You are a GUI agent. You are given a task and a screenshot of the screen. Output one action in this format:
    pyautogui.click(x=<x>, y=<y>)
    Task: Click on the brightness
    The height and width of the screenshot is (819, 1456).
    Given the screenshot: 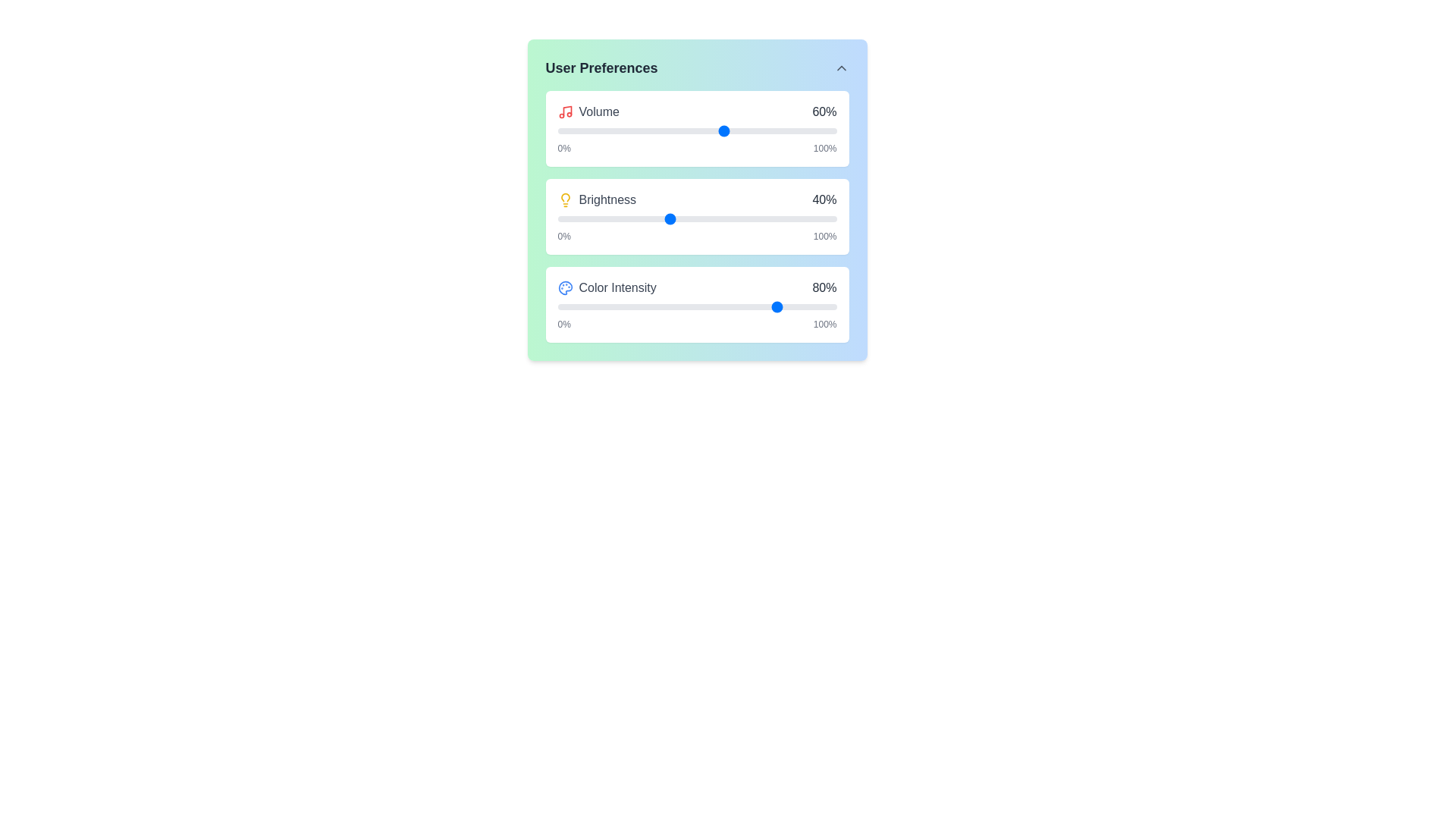 What is the action you would take?
    pyautogui.click(x=593, y=219)
    